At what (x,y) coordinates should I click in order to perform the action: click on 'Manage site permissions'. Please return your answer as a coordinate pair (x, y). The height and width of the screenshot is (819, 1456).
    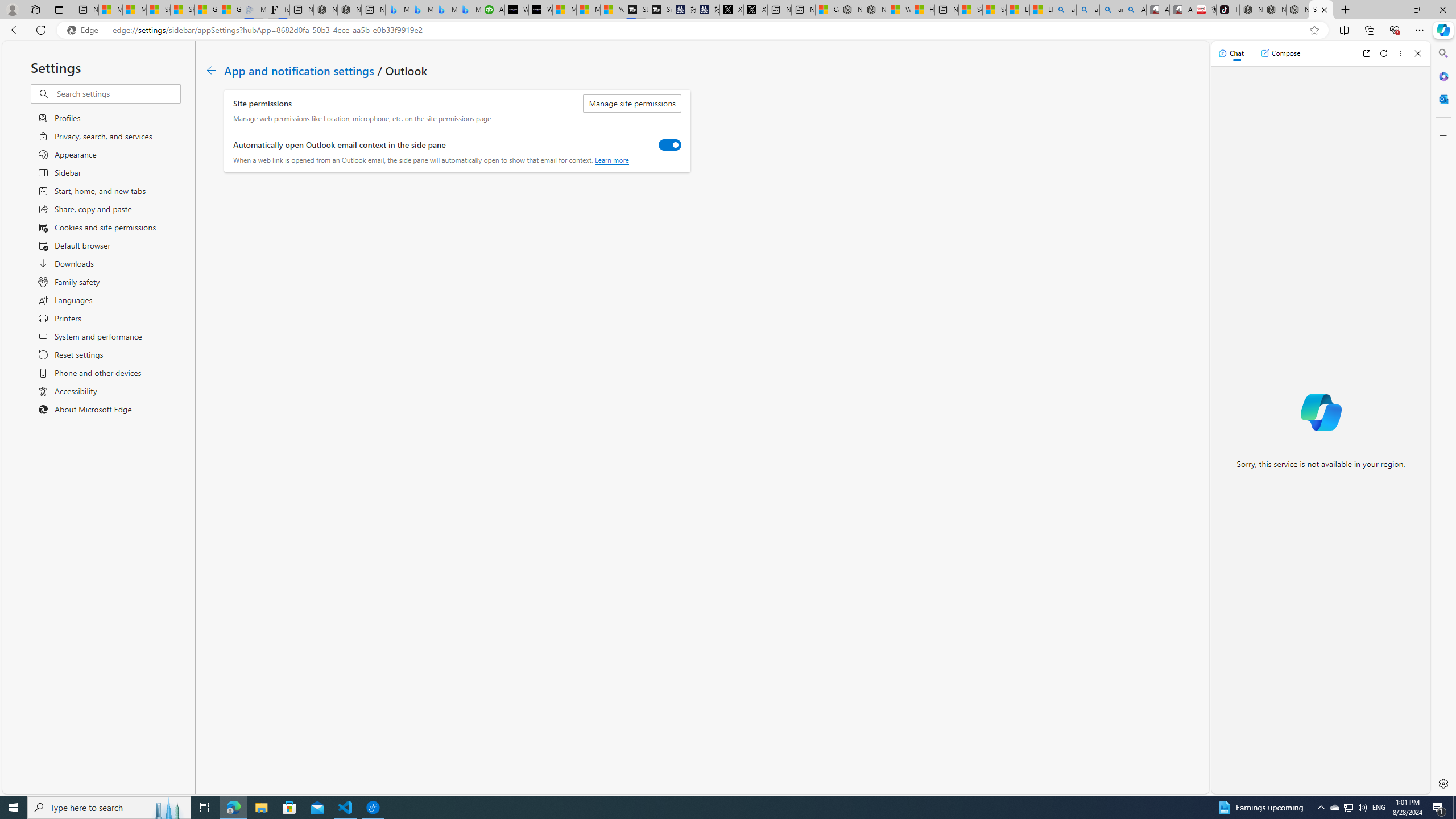
    Looking at the image, I should click on (631, 103).